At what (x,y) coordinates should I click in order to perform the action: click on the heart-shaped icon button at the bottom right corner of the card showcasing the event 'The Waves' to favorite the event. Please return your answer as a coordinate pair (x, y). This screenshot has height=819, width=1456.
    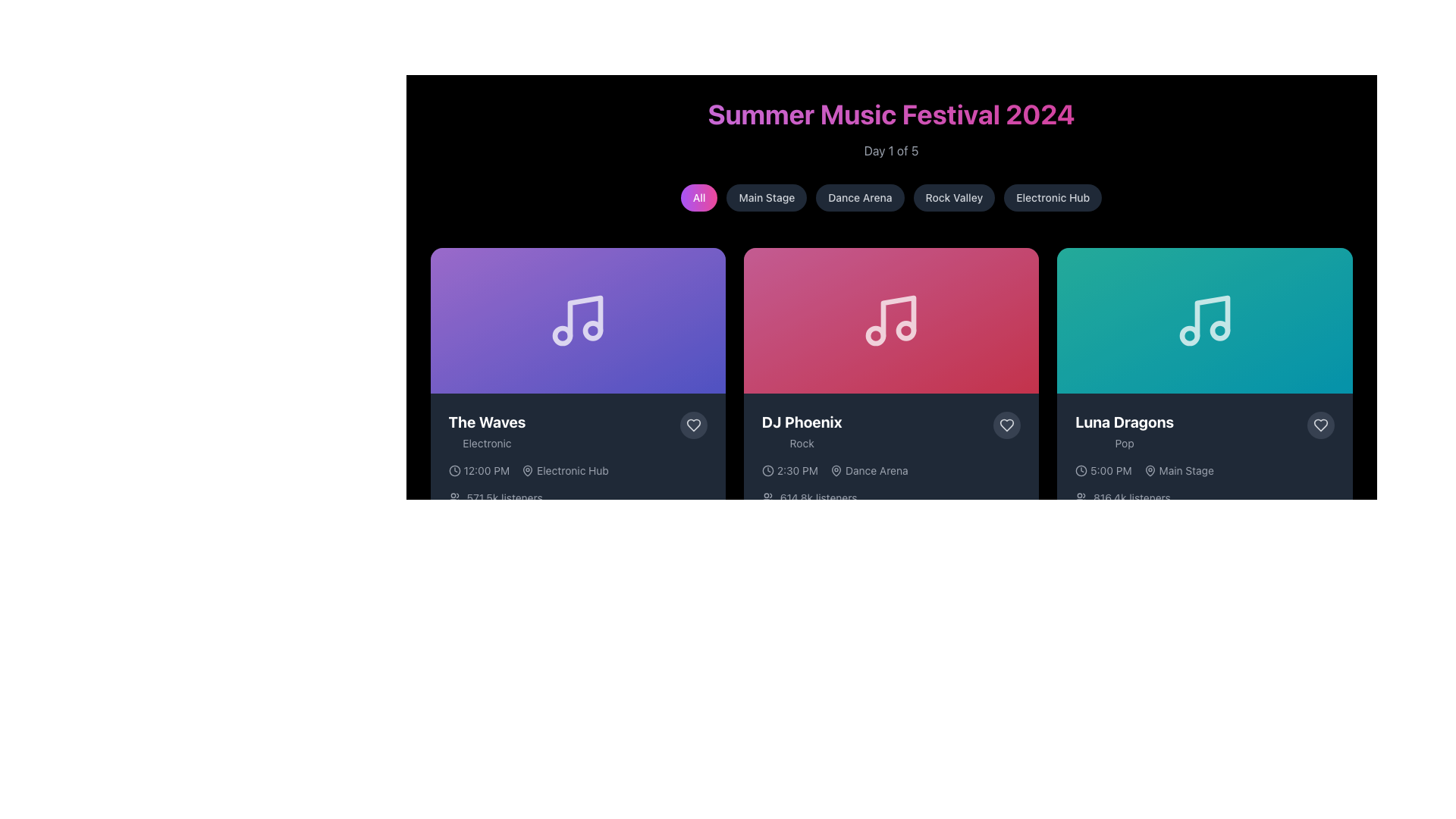
    Looking at the image, I should click on (692, 425).